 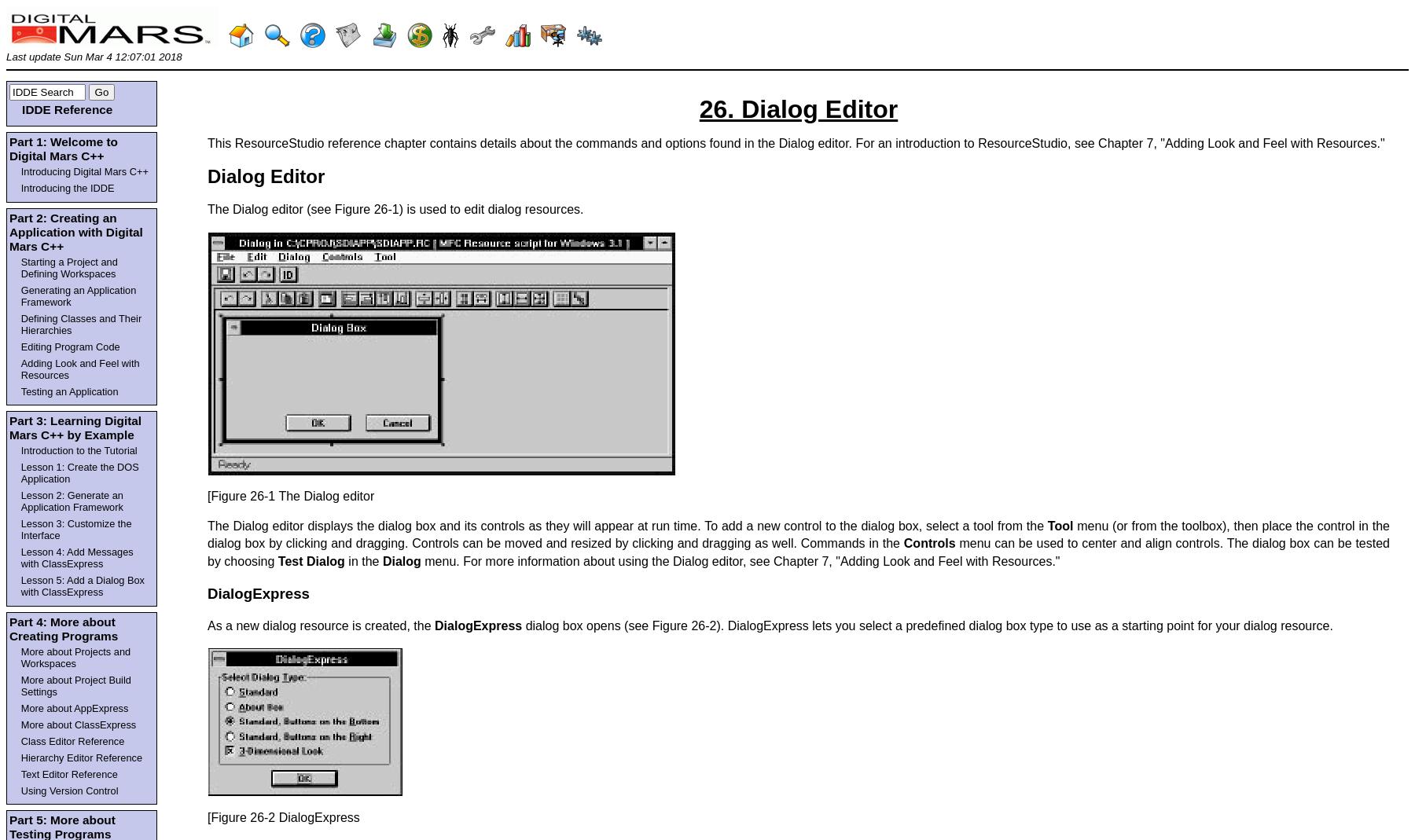 I want to click on 'Lesson 2: Generate an Application Framework', so click(x=19, y=501).